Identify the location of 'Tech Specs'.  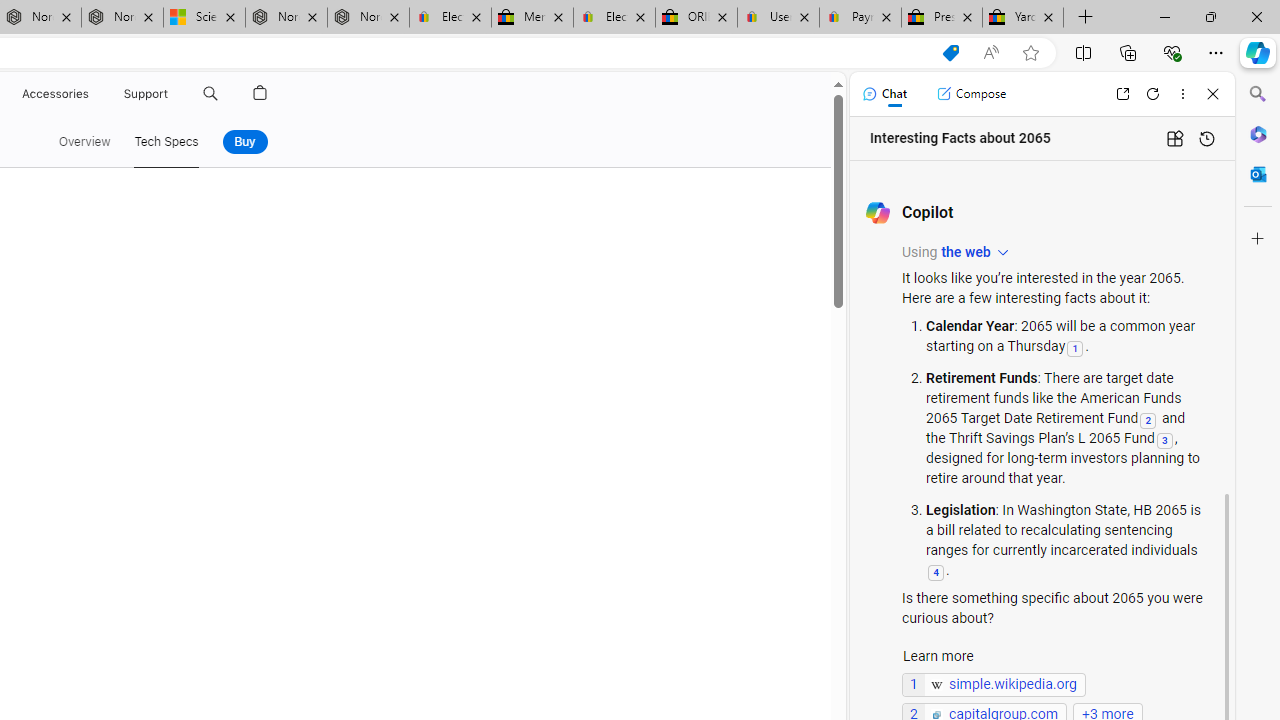
(166, 140).